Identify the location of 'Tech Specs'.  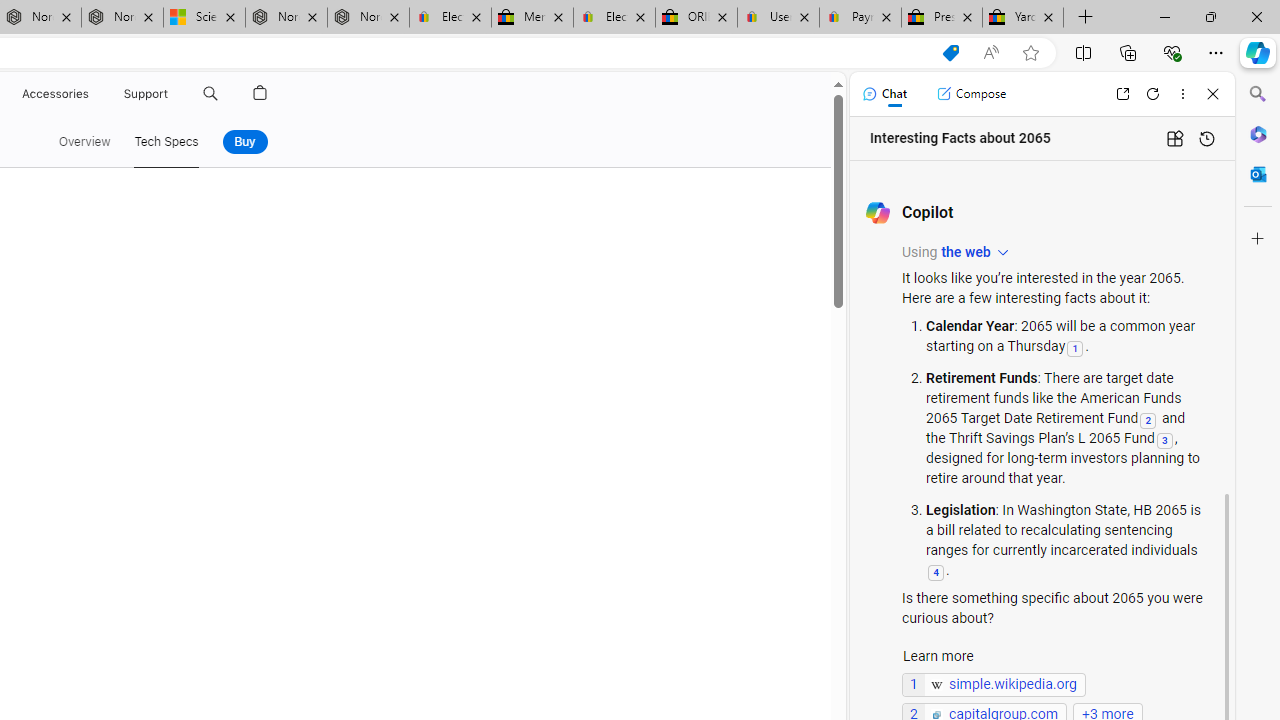
(166, 140).